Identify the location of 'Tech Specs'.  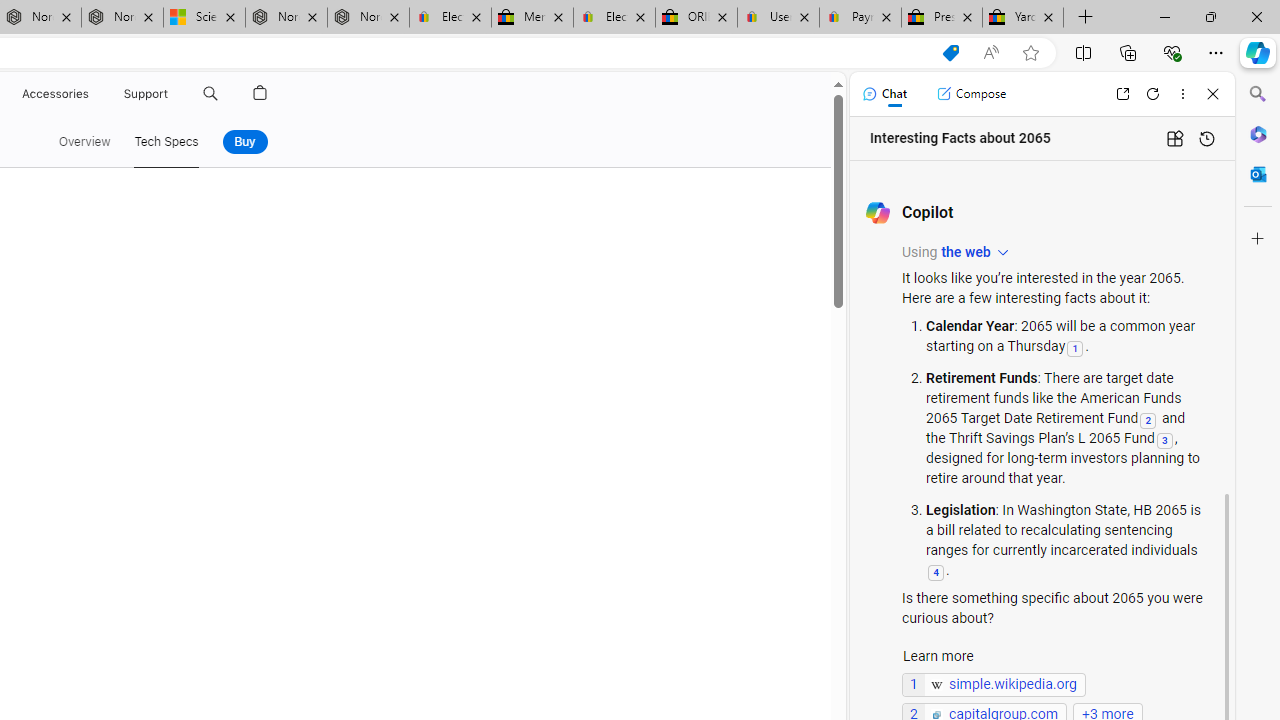
(166, 140).